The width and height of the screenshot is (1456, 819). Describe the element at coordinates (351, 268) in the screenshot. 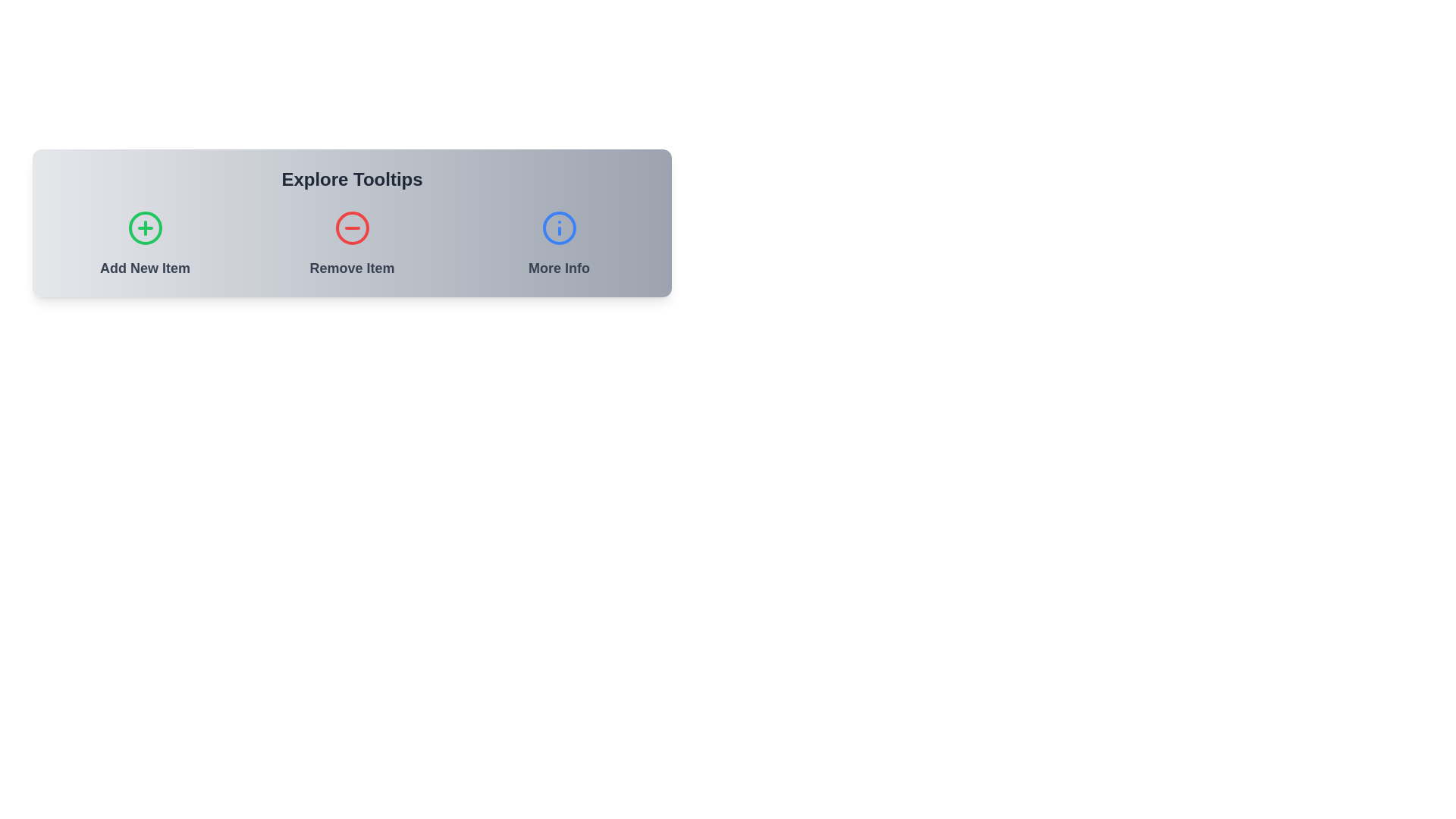

I see `the text label that serves as a descriptive text for removing an item, positioned centrally in a horizontal layout between 'Add New Item' and 'More Info'` at that location.